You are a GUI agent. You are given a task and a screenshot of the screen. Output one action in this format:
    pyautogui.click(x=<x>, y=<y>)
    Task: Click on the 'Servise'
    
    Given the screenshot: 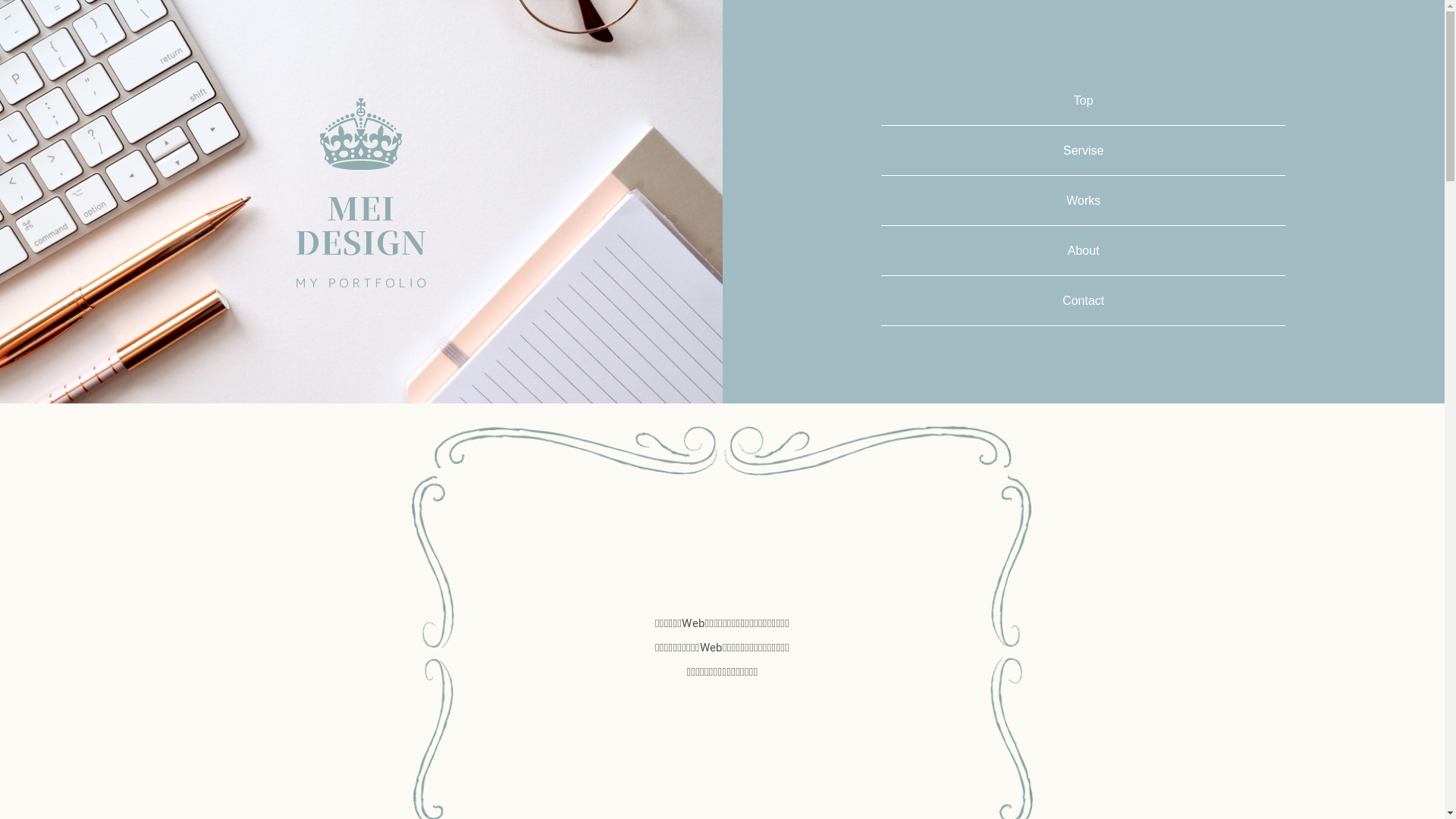 What is the action you would take?
    pyautogui.click(x=1082, y=150)
    